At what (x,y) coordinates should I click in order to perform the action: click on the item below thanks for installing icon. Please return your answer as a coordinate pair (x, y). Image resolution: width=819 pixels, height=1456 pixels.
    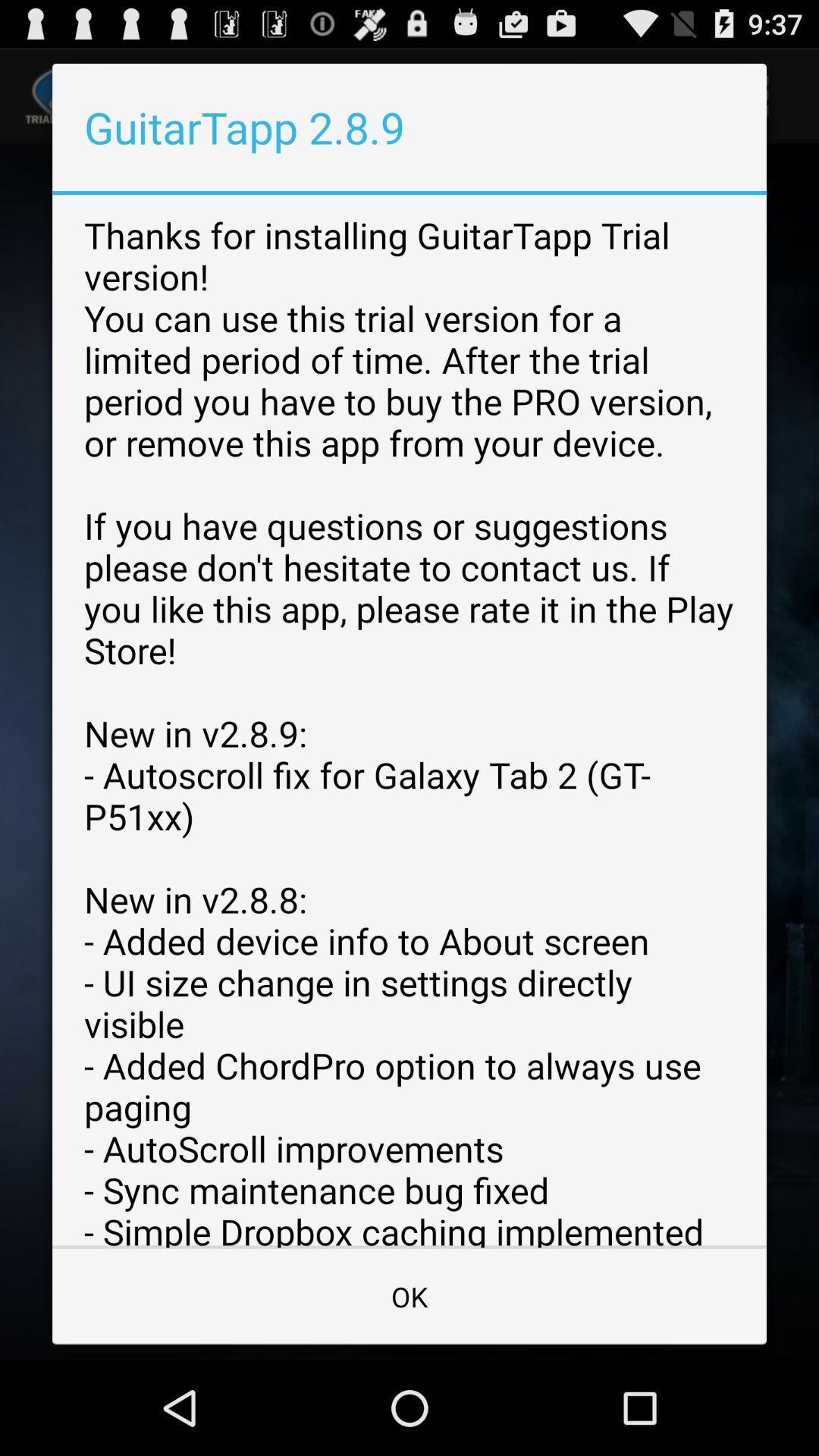
    Looking at the image, I should click on (409, 1295).